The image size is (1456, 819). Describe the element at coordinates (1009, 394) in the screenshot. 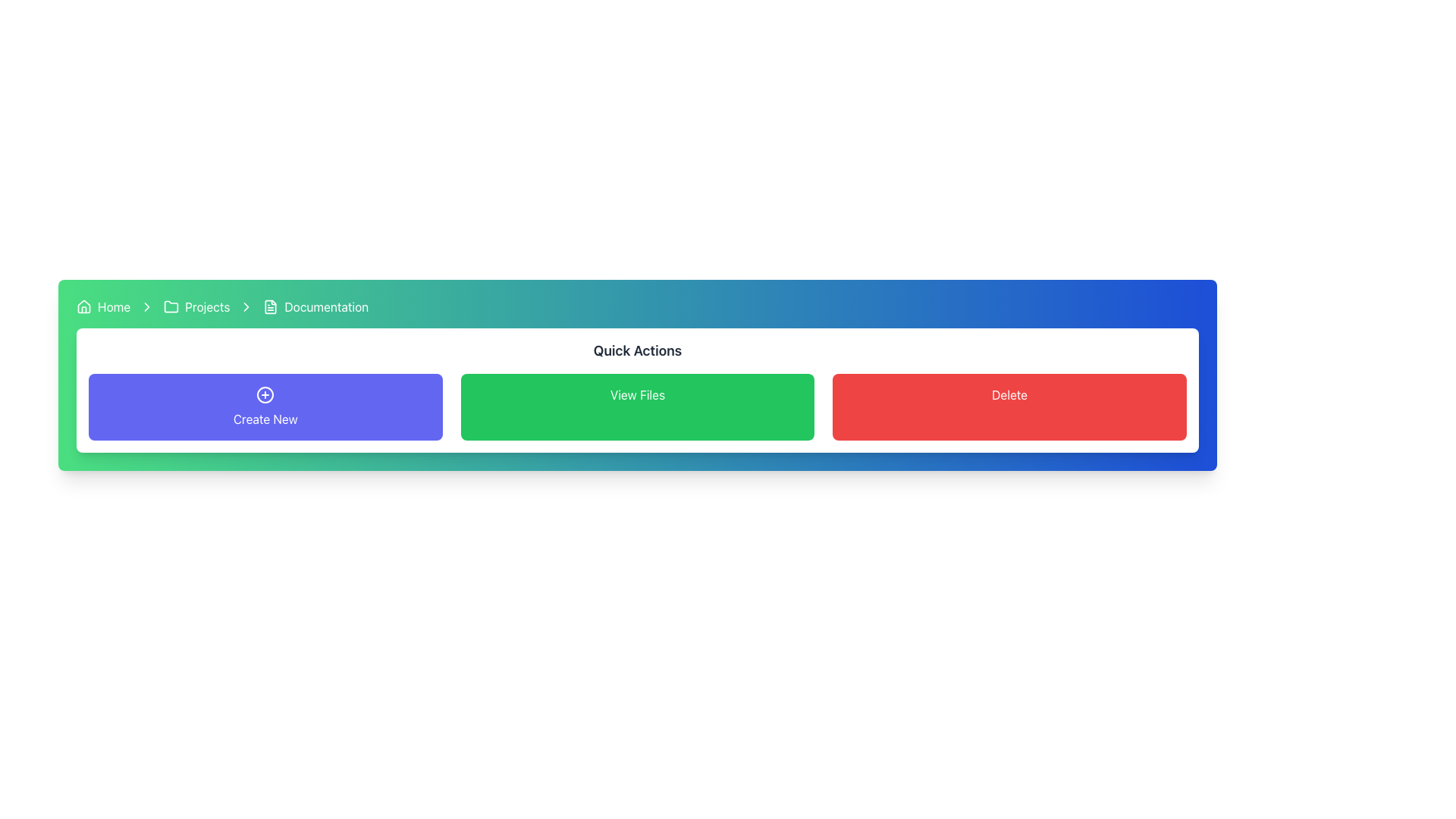

I see `the 'Delete' text label, which is a prominent button displayed in white text on a bright red background, located to the right of two other buttons labeled 'View Files' and 'Create New'` at that location.